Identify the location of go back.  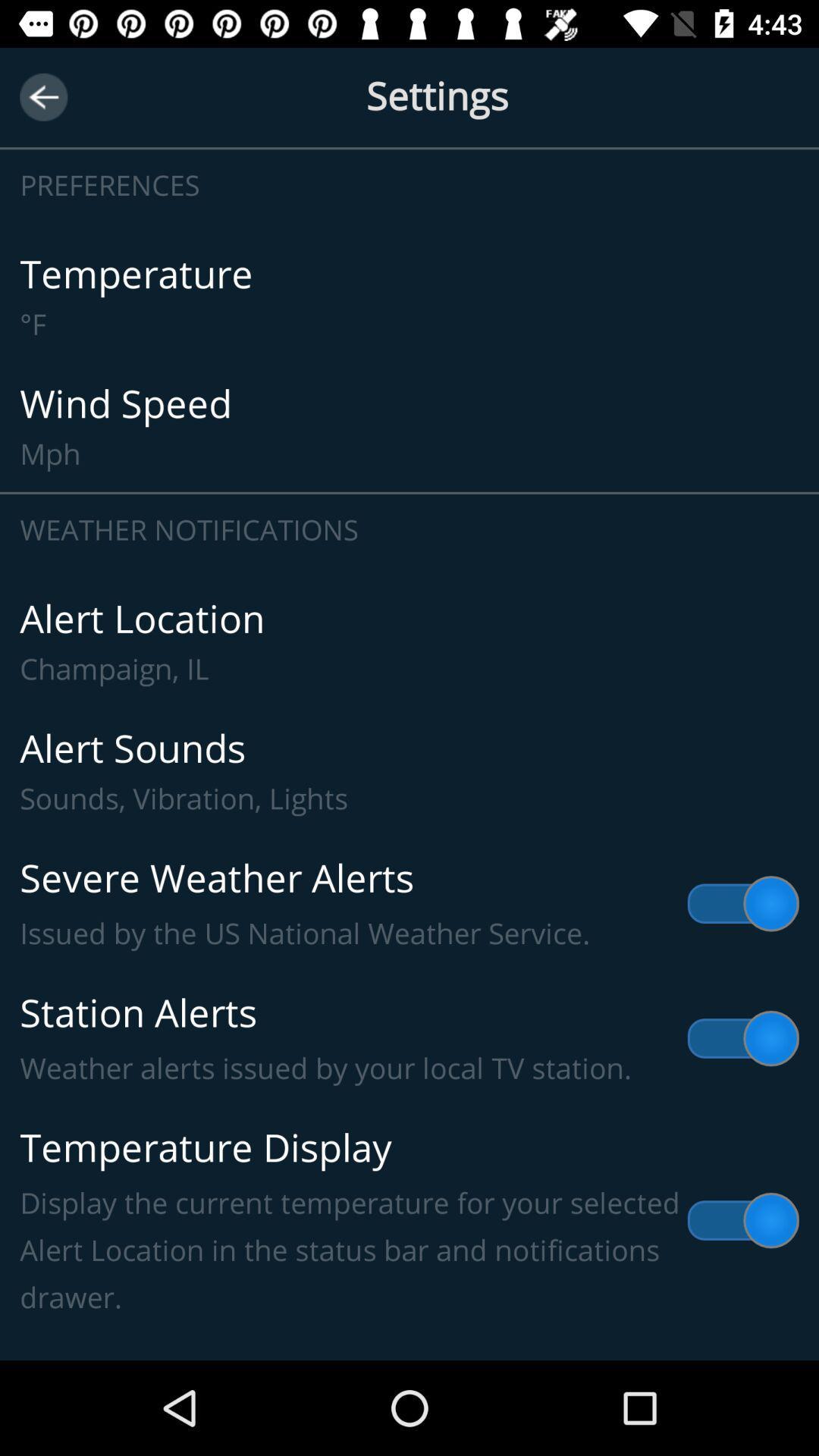
(42, 96).